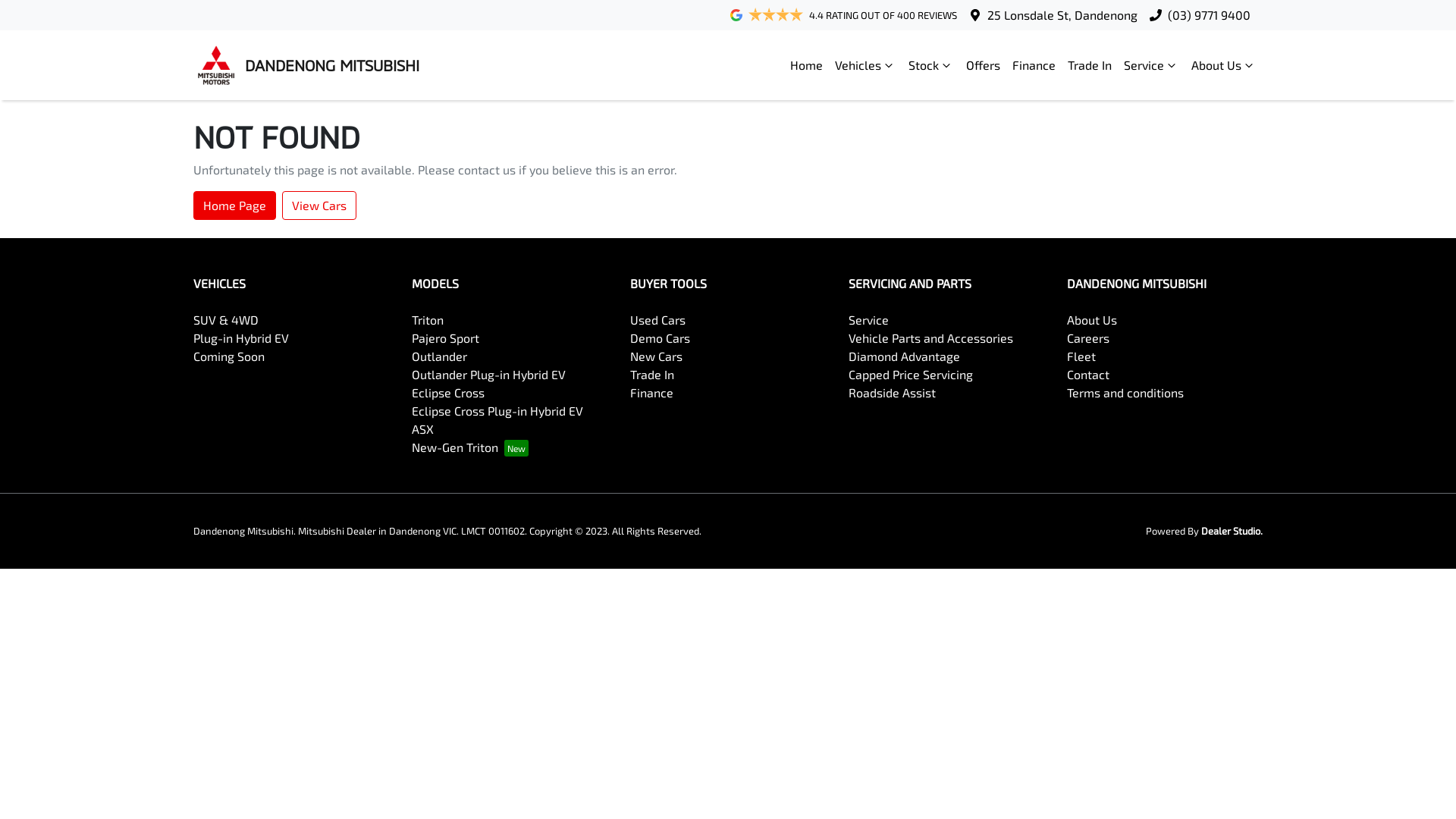 The image size is (1456, 819). I want to click on 'View Cars', so click(318, 205).